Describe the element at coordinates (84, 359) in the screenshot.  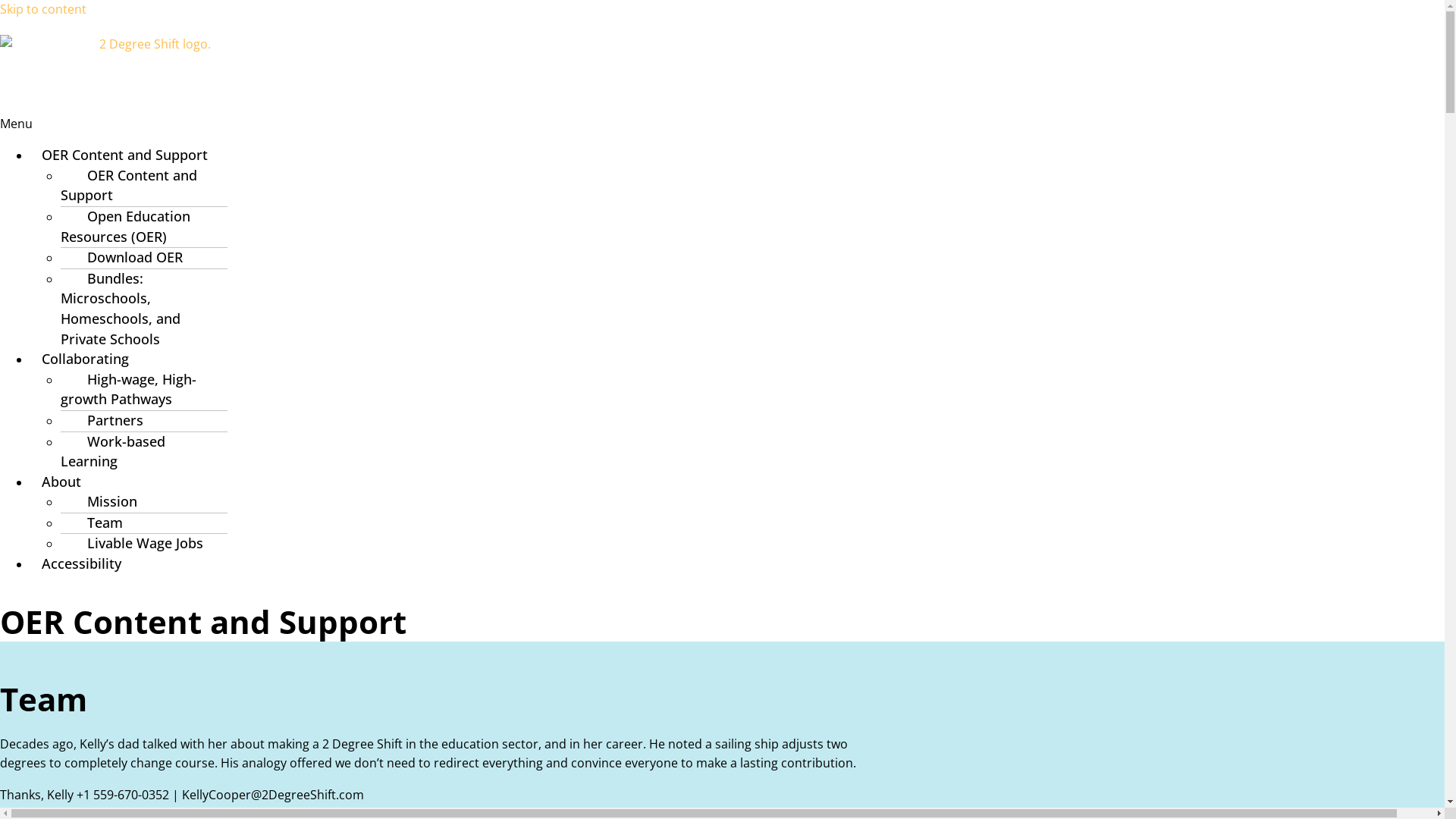
I see `'Collaborating'` at that location.